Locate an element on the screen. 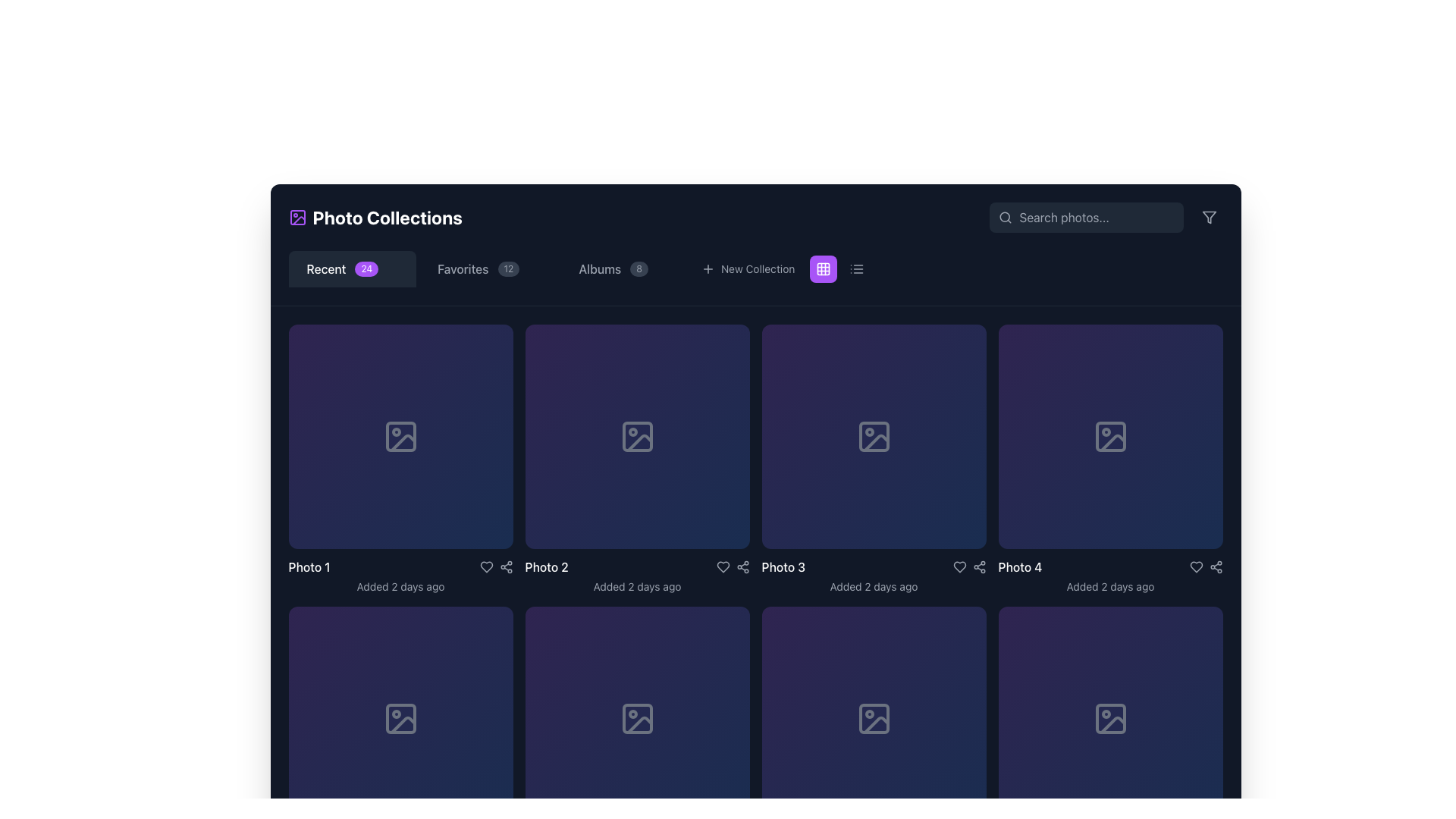  the Counter label that displays the number of items associated with the 'Favorites' category, positioned to the right of the text 'Favorites' in the horizontal navigation bar is located at coordinates (508, 268).